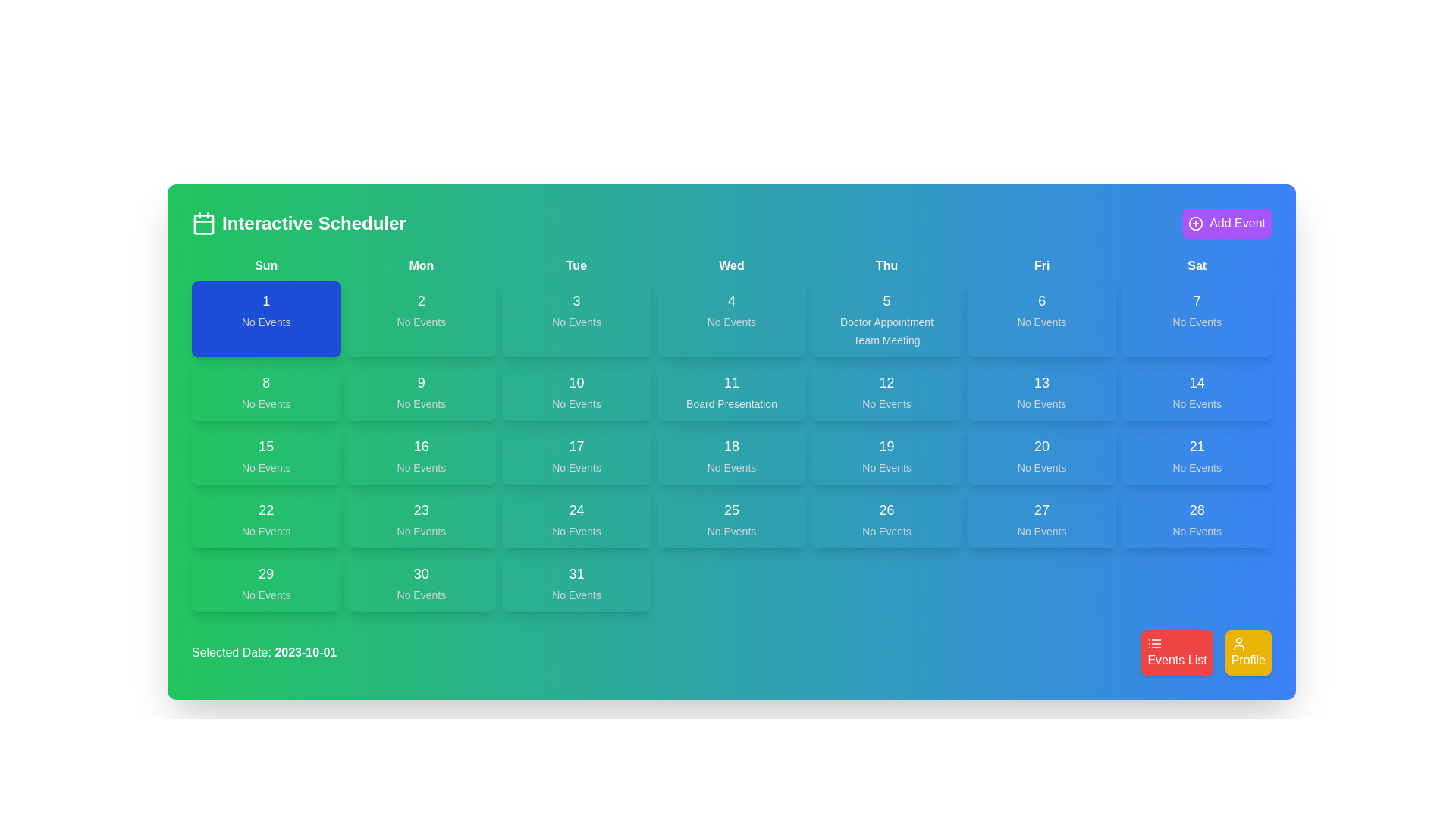  What do you see at coordinates (731, 446) in the screenshot?
I see `the text displaying the number '18' in the upper part of the calendar cell for October 18th, which is styled with a large font size and centered alignment` at bounding box center [731, 446].